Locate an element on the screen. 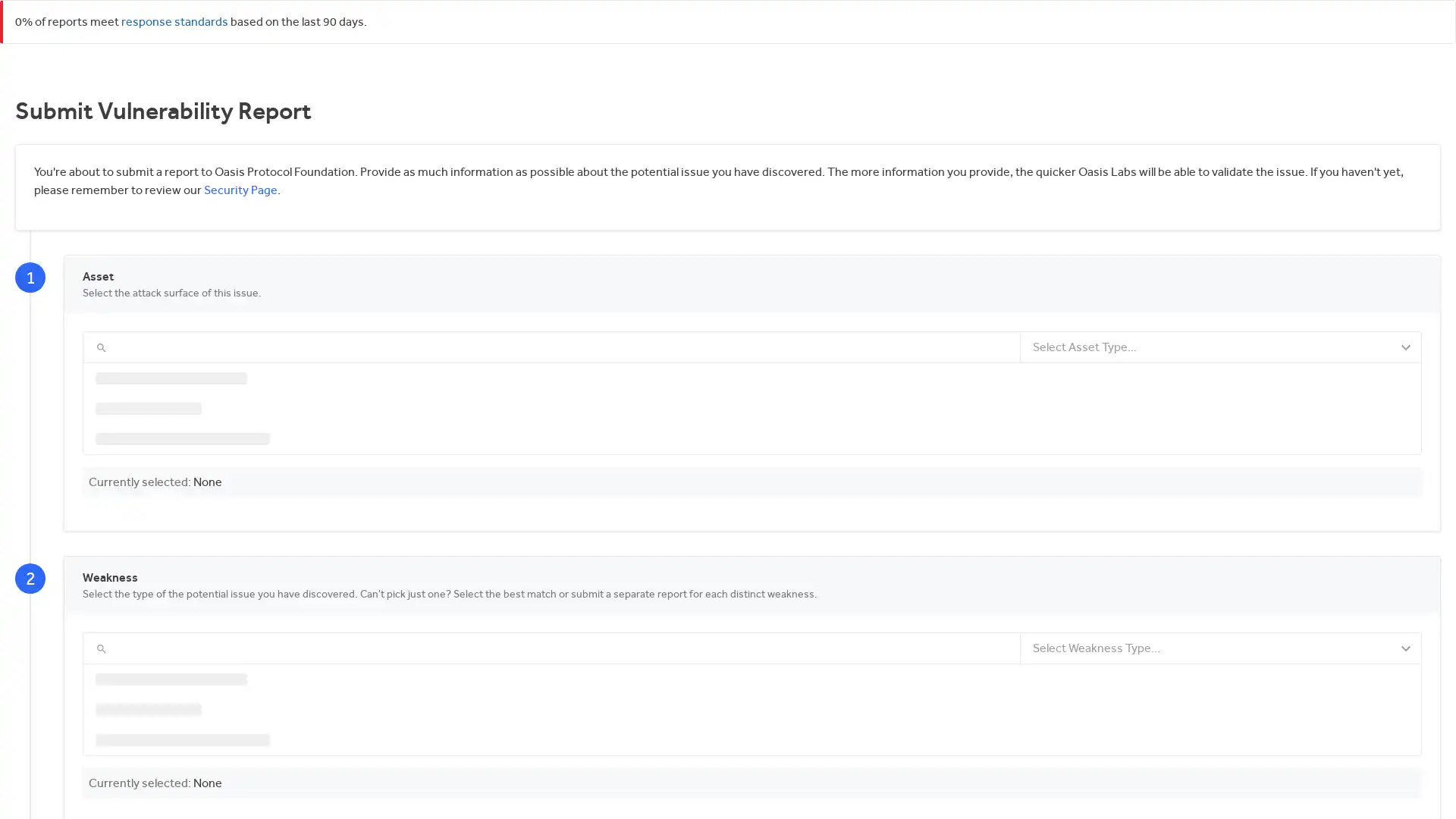 This screenshot has width=1456, height=819. https://github.com/oasisprotocol/oasis-wallet-ext Source codeCriticalEligible for bounty is located at coordinates (752, 680).